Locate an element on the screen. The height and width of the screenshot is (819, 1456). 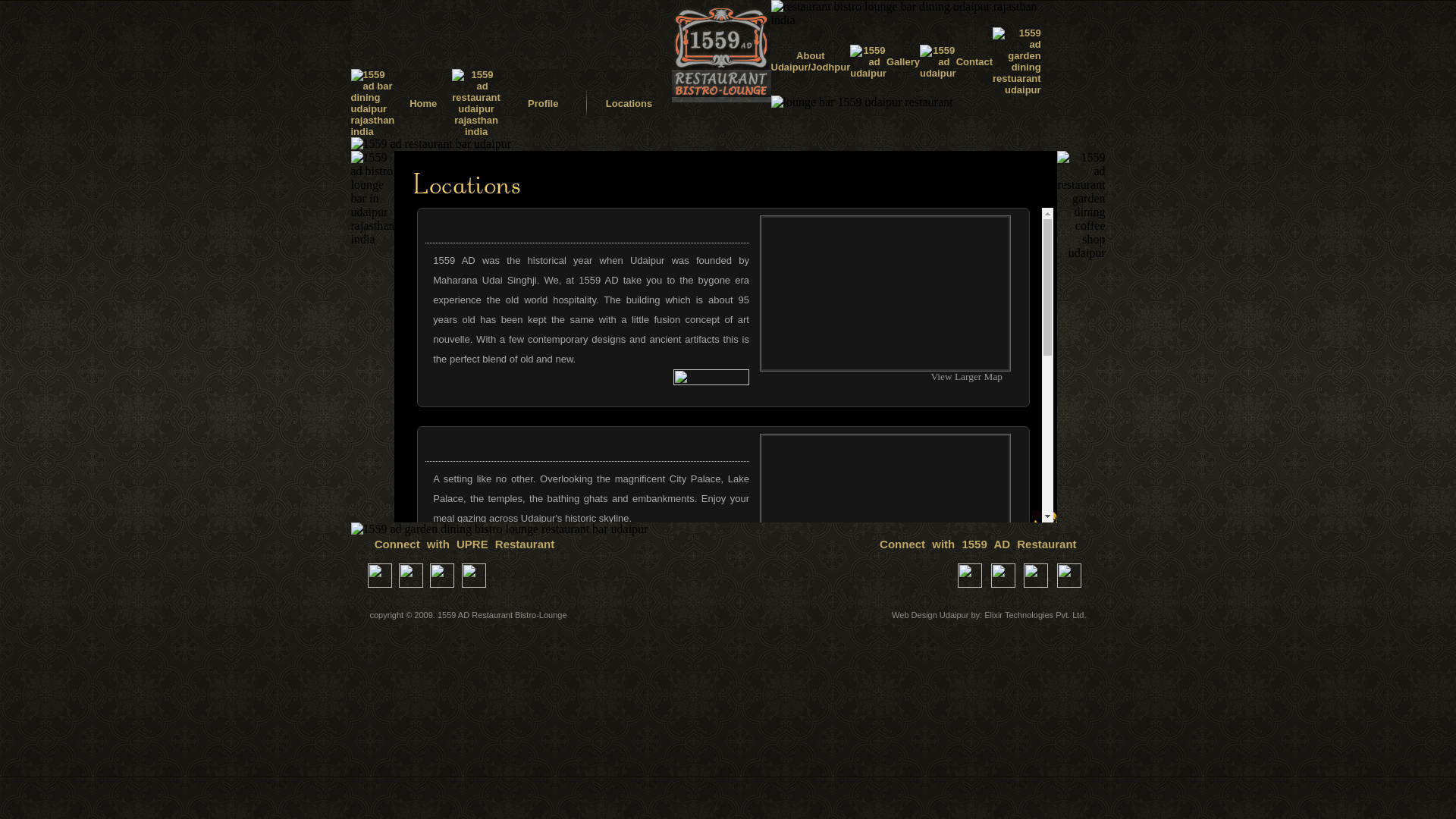
'Contact' is located at coordinates (974, 61).